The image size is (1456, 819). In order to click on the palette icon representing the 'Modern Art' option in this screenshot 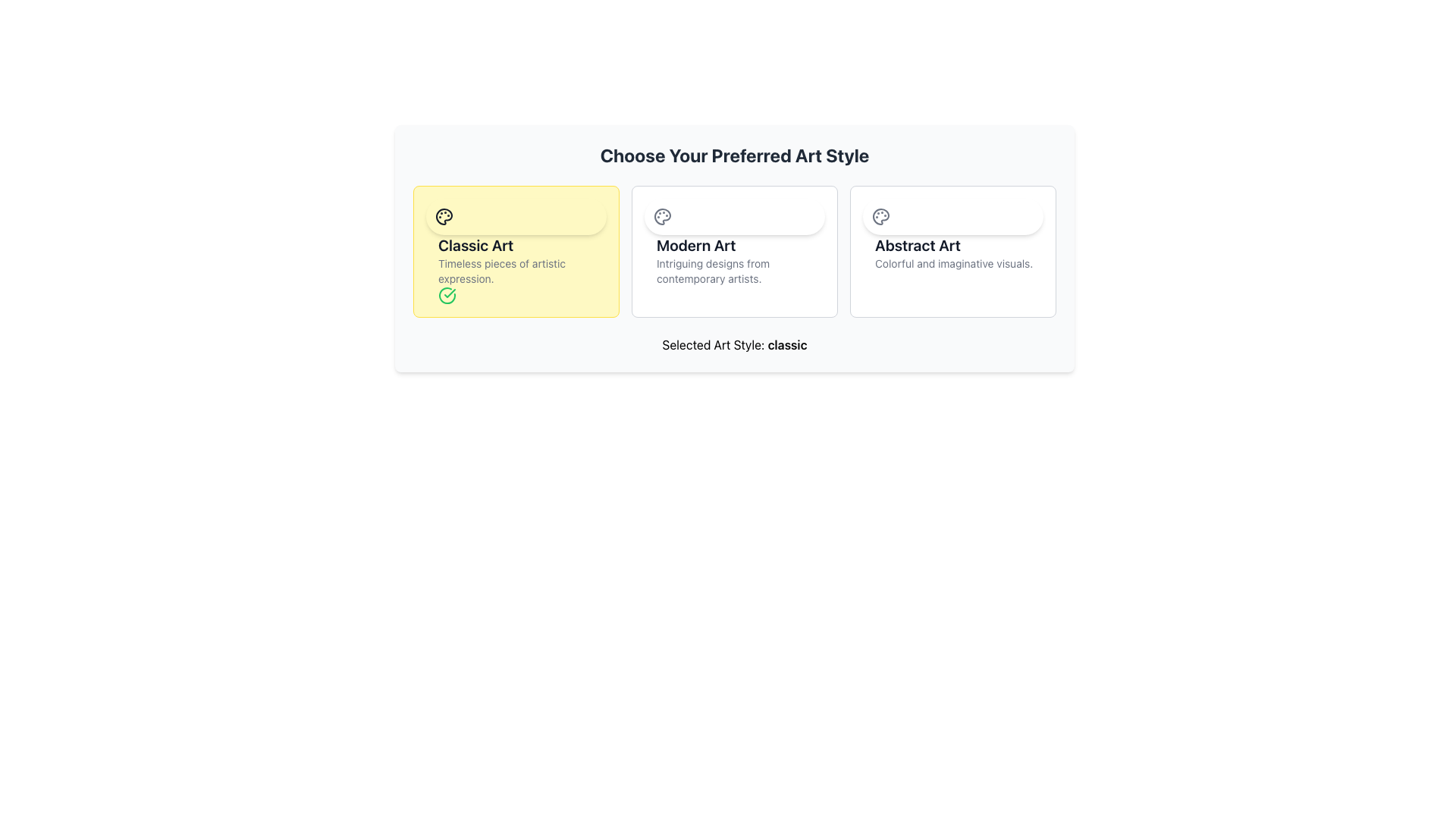, I will do `click(662, 216)`.